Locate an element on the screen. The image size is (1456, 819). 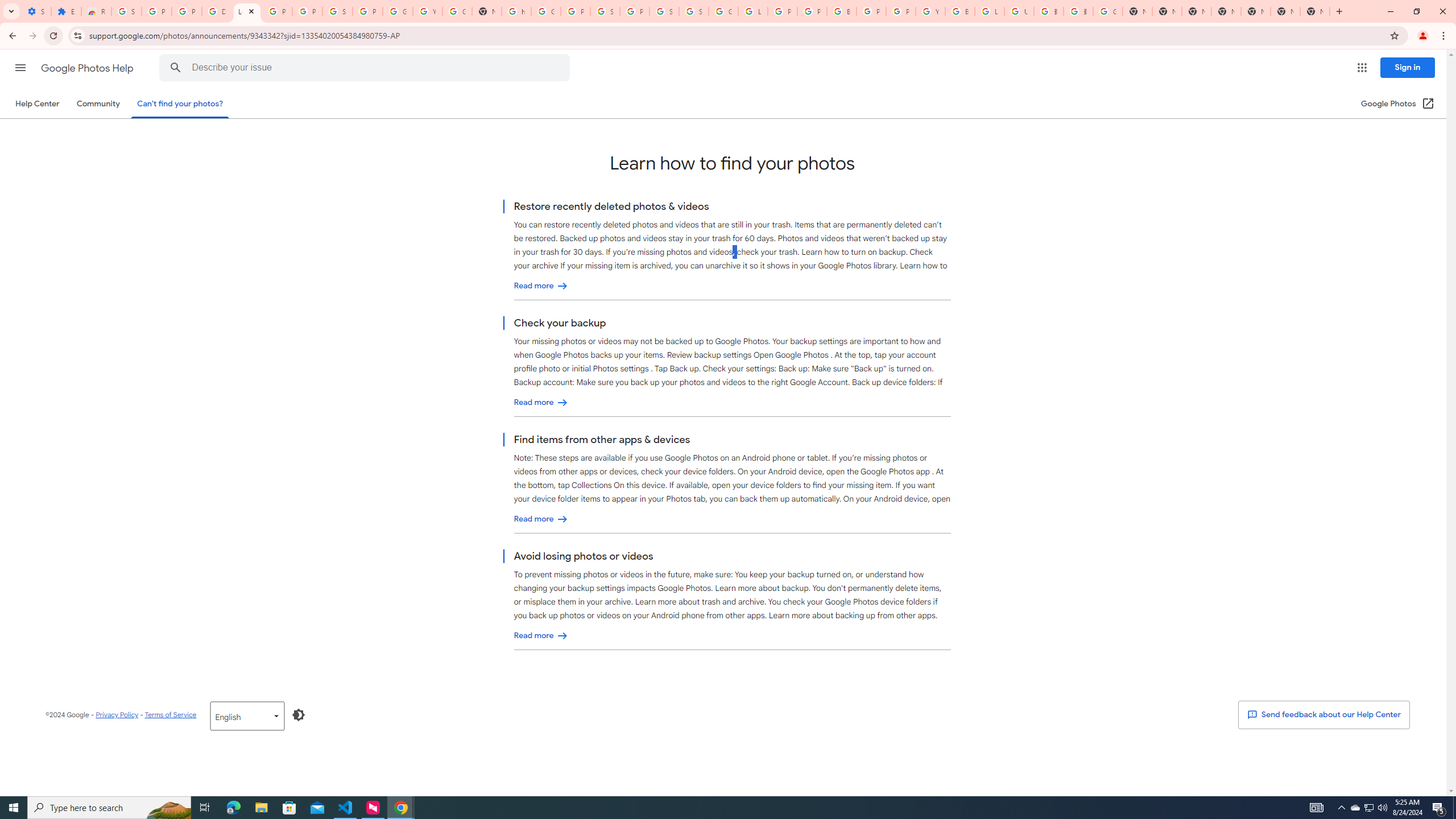
'Find items from other apps & devices' is located at coordinates (541, 518).